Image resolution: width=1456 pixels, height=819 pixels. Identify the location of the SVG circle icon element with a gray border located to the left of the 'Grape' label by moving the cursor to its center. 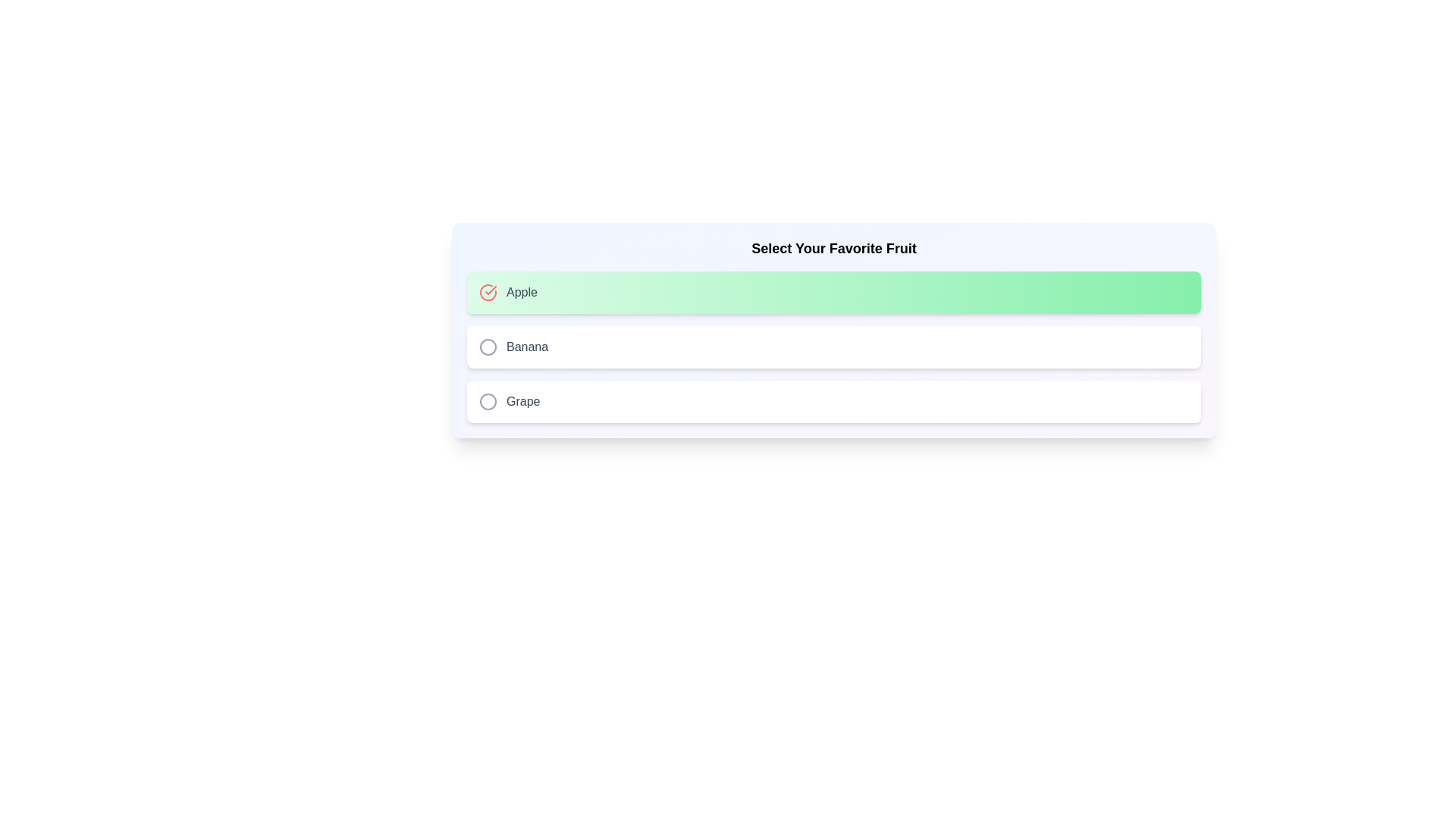
(488, 400).